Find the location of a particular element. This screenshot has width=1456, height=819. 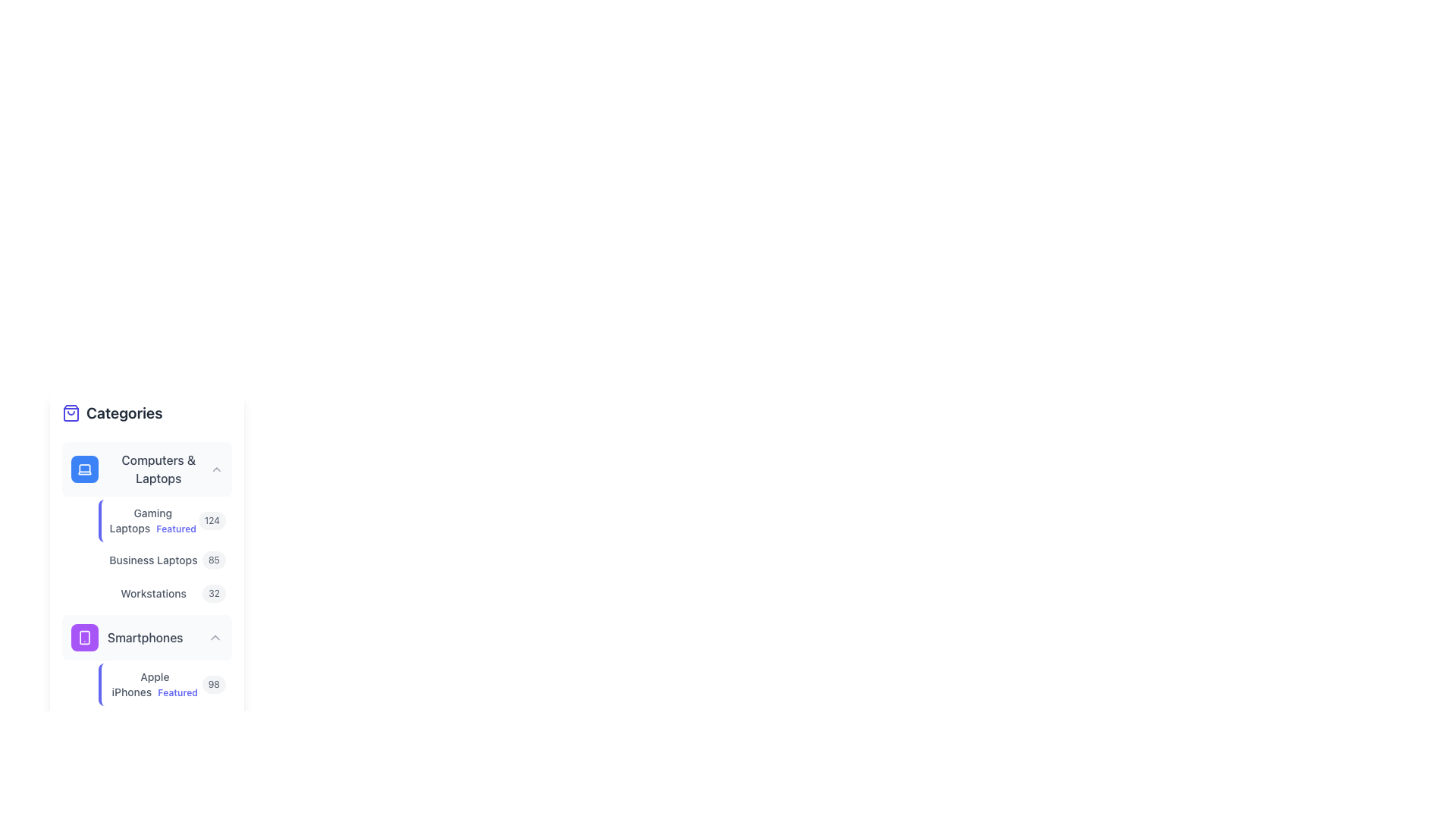

the 'Featured' label indicating 'Apple iPhones' in the lower right section under the 'Smartphones' category is located at coordinates (177, 692).